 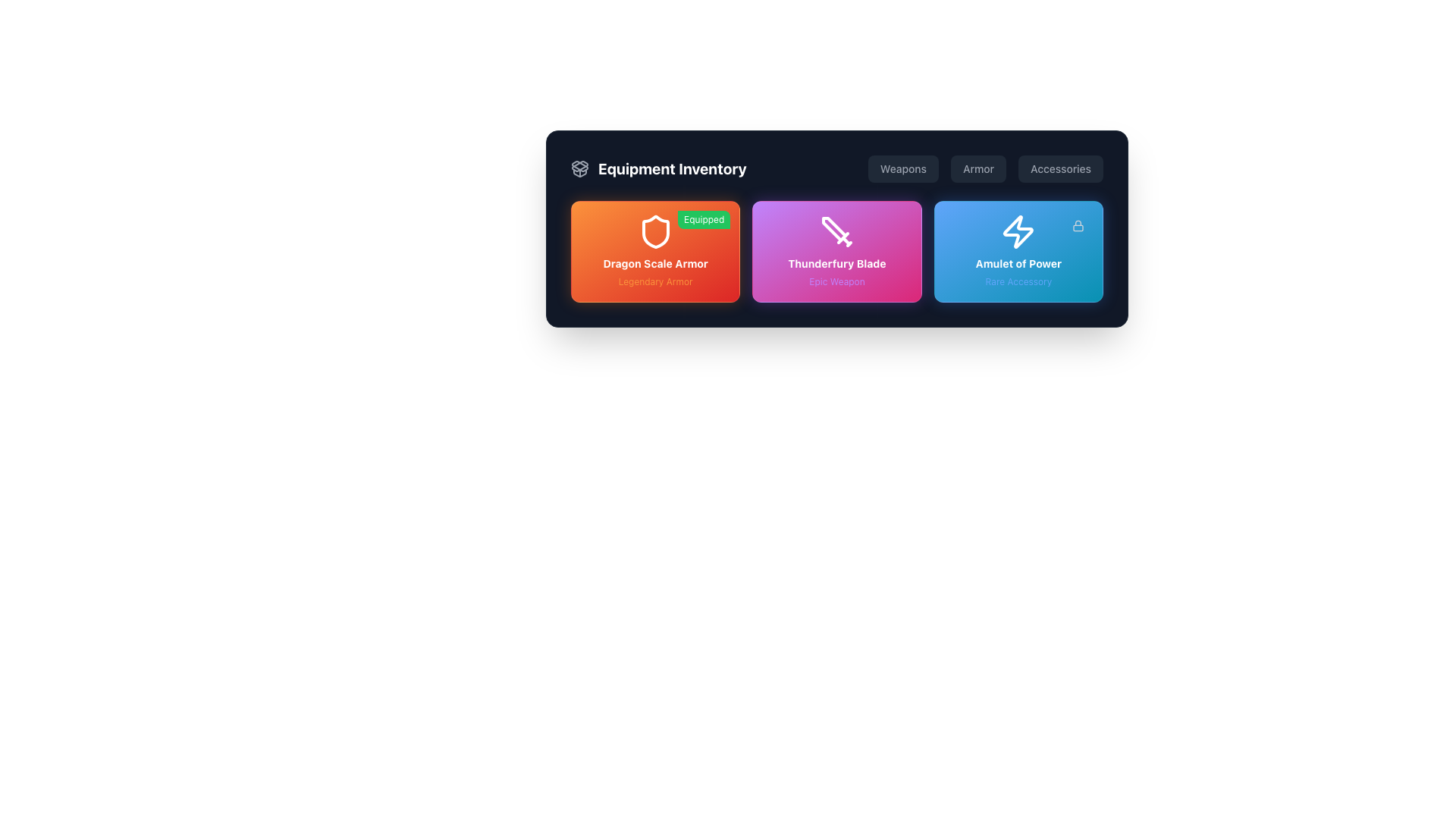 I want to click on the Text Label that classifies 'Dragon Scale Armor' as 'Legendary Armor', located at the bottom of the card beneath the title, so click(x=655, y=281).